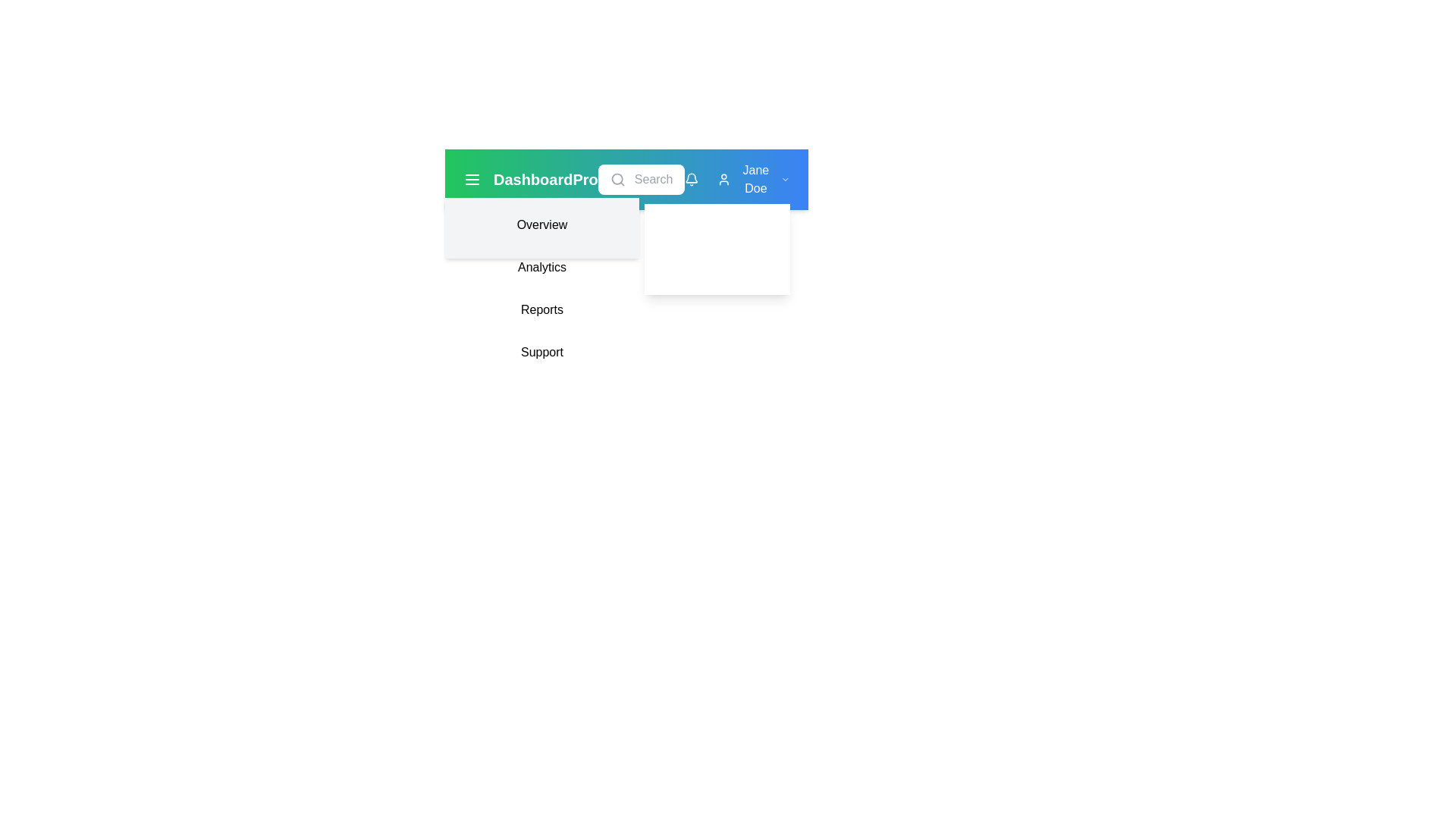  Describe the element at coordinates (626, 178) in the screenshot. I see `the search bar located in the top navigation bar, which provides access to primary navigation controls` at that location.